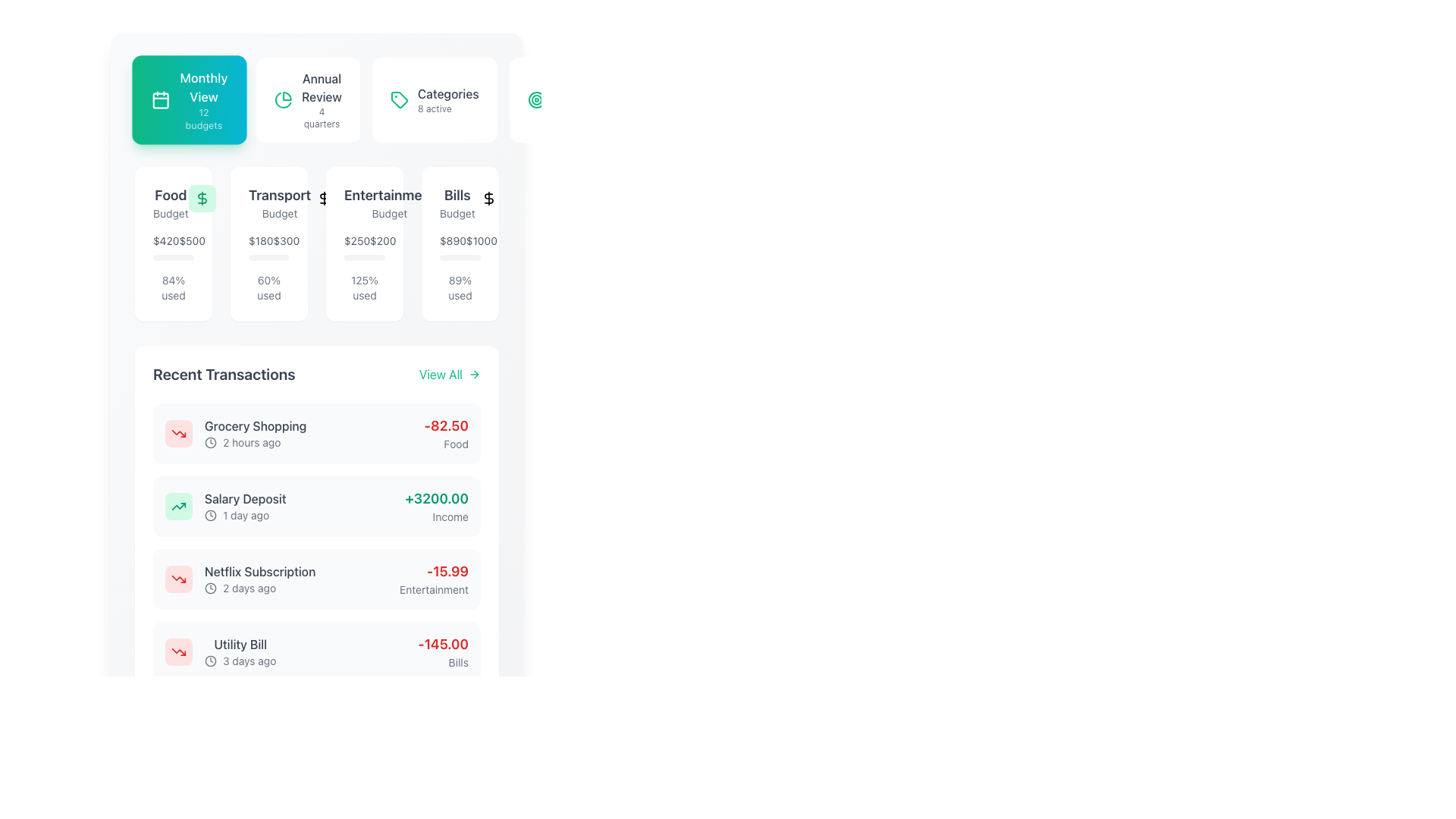 This screenshot has width=1456, height=819. What do you see at coordinates (252, 442) in the screenshot?
I see `the text label displaying '2 hours ago' in the 'Recent Transactions' section, which is aligned next to a clock icon and below 'Grocery Shopping'` at bounding box center [252, 442].